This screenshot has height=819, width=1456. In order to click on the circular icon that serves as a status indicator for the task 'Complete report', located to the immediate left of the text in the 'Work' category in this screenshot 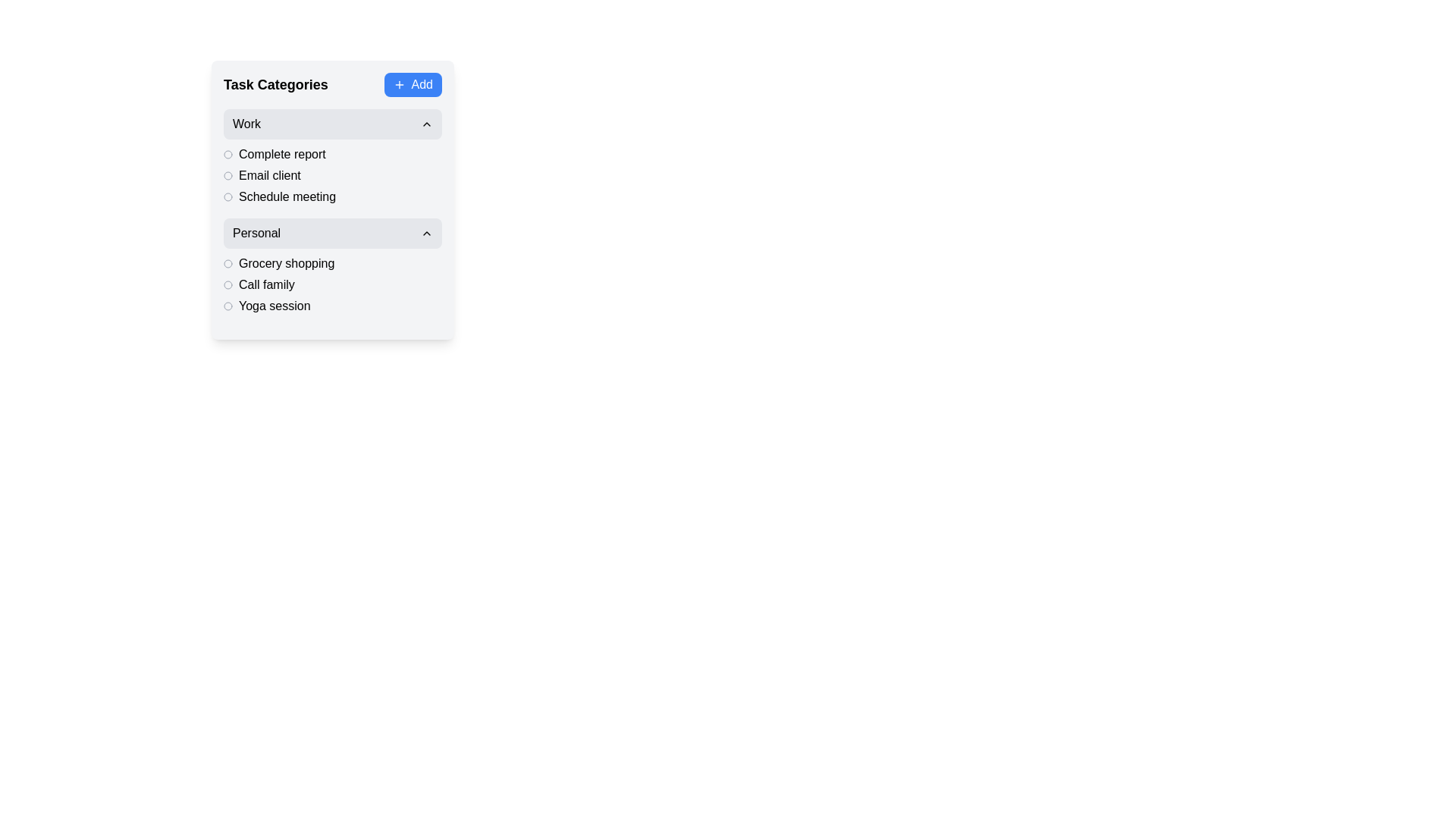, I will do `click(227, 155)`.